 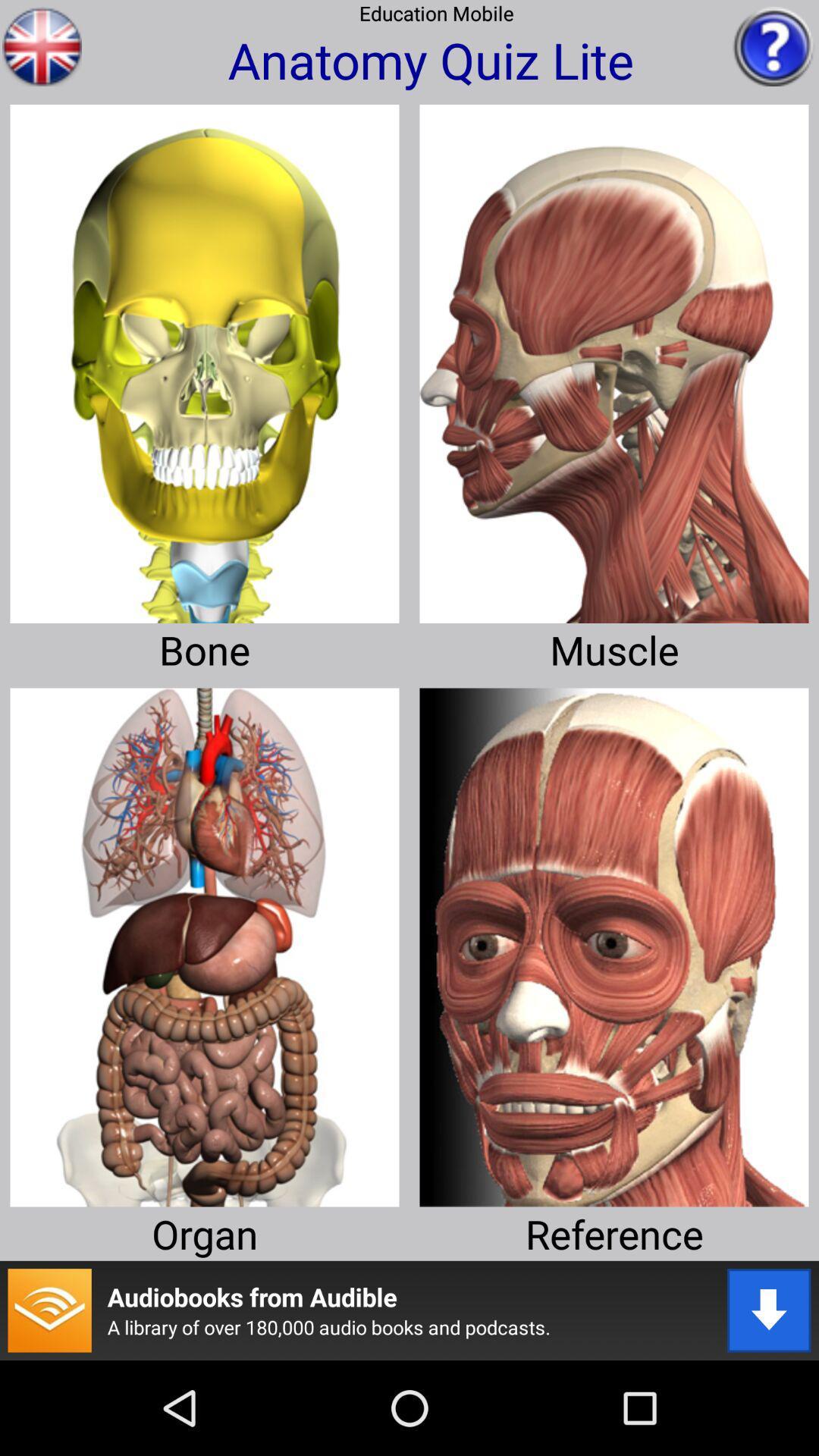 I want to click on enlarge bone, so click(x=205, y=357).